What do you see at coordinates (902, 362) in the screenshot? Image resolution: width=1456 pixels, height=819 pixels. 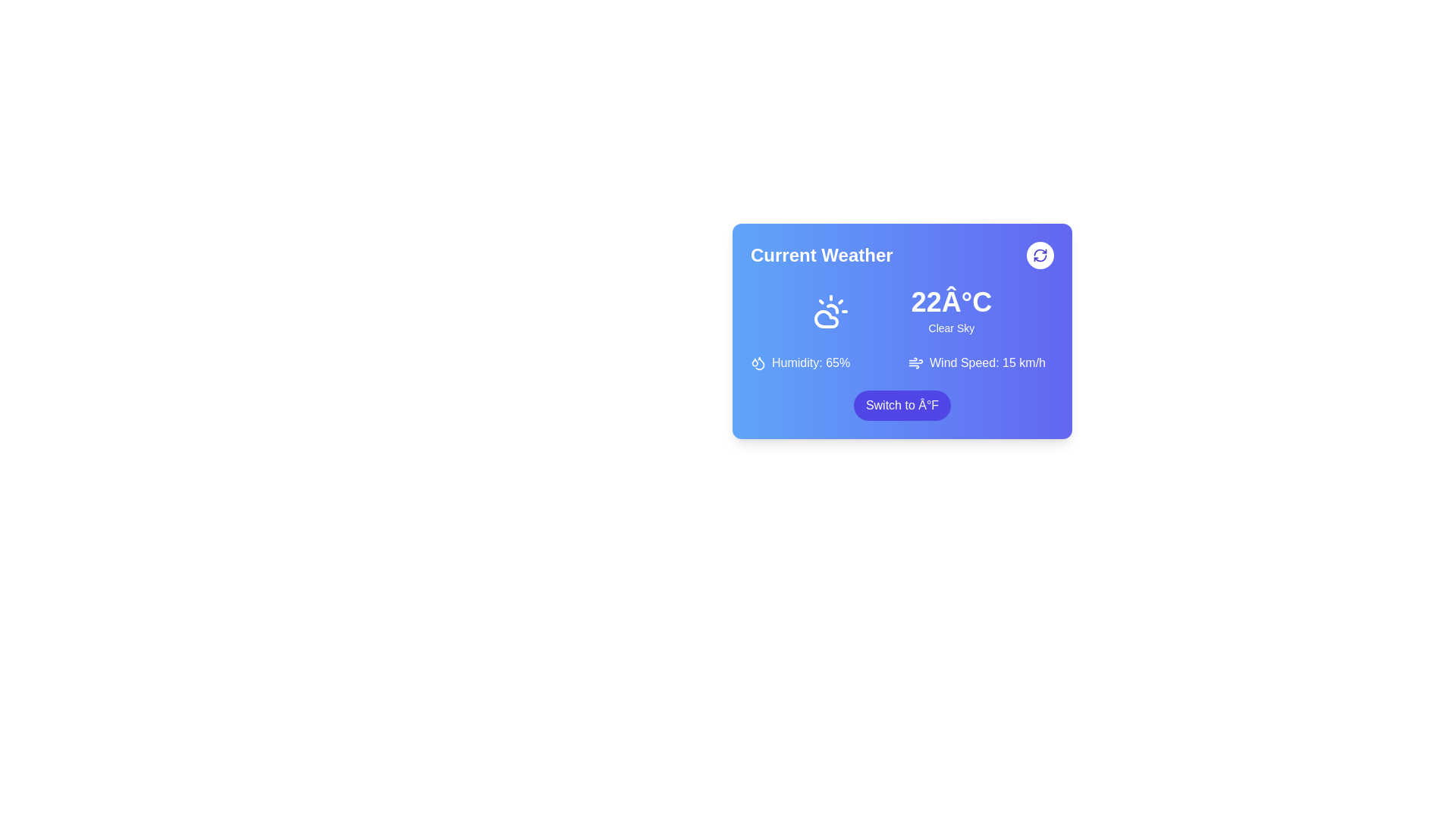 I see `the Data Display element that shows humidity and wind speed, styled in white text against a gradient blue-purple background, located centrally on the card component below the temperature and weather description section` at bounding box center [902, 362].